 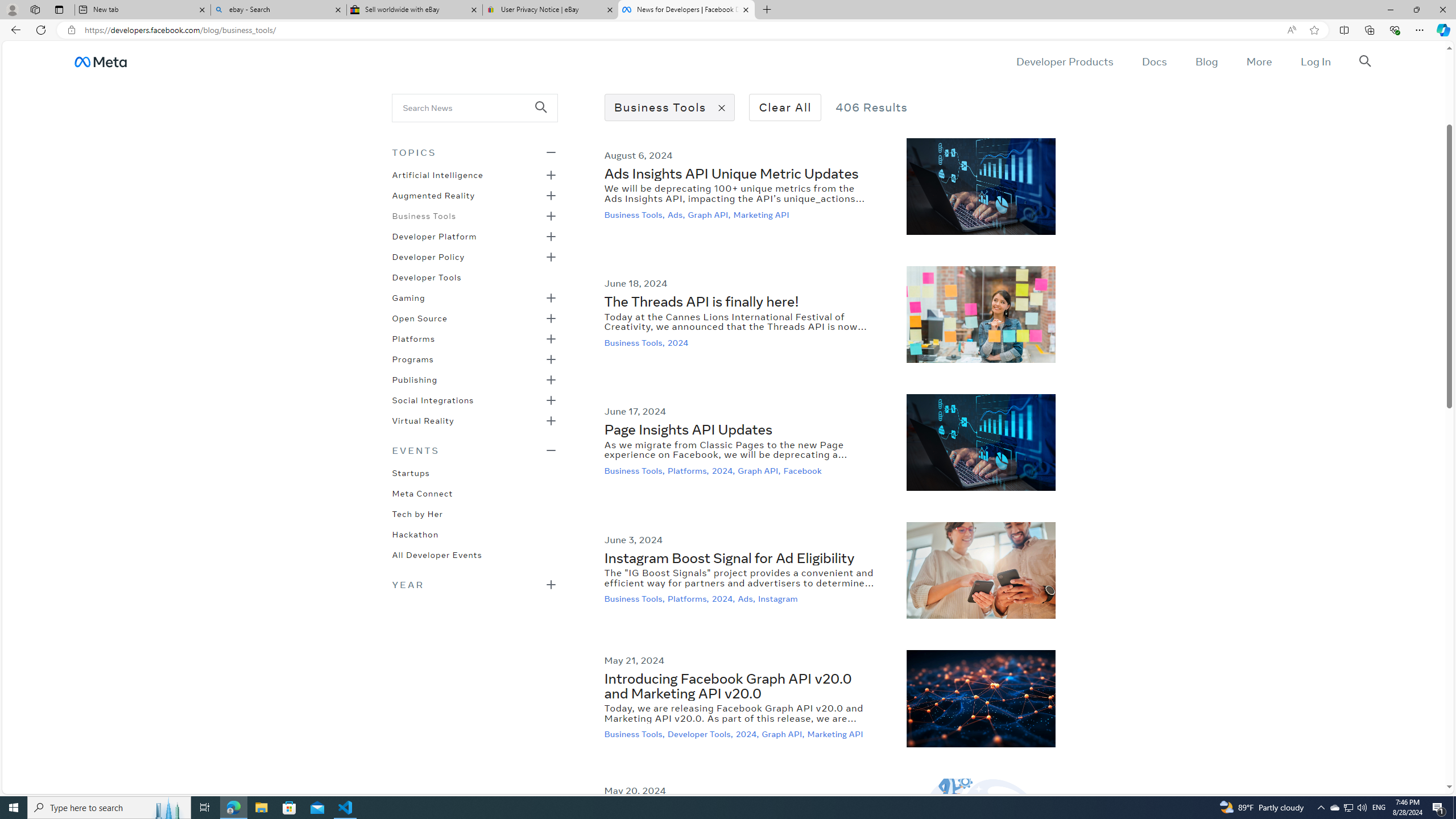 I want to click on 'Augmented Reality', so click(x=433, y=194).